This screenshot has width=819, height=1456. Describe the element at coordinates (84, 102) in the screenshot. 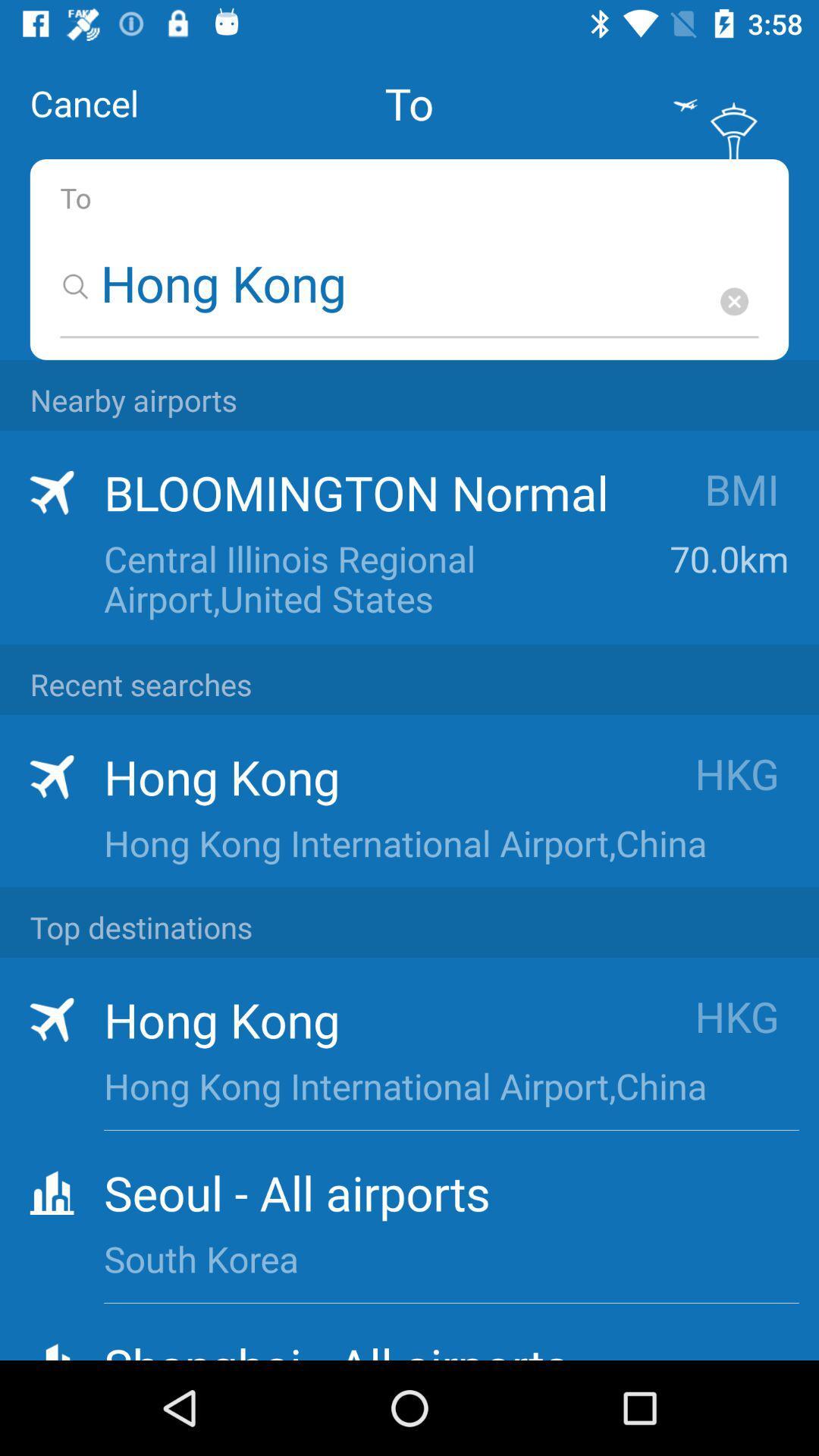

I see `the cancel` at that location.